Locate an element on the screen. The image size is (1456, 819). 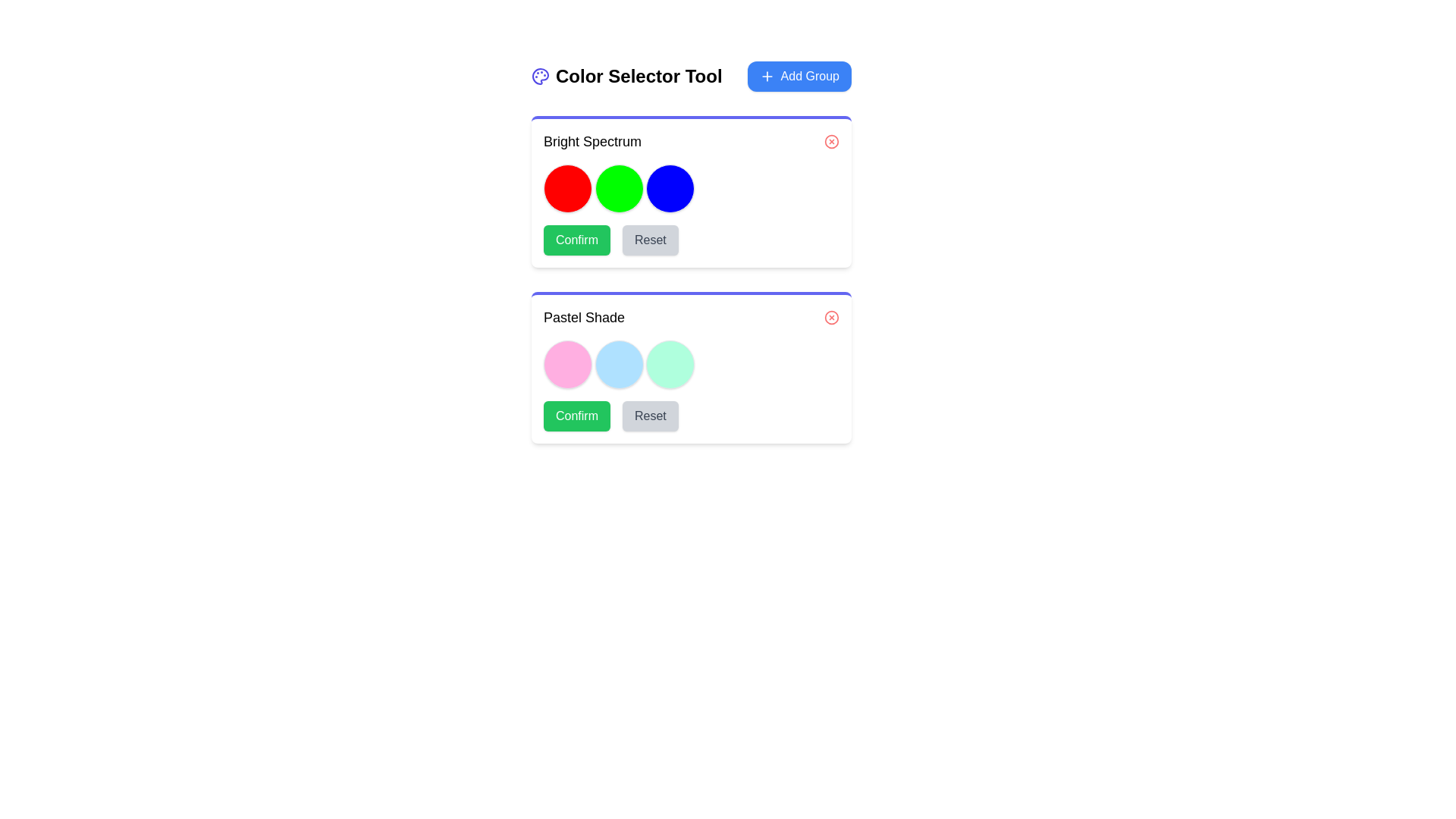
the second pastel blue color selector circle in the 'Pastel Shade' group is located at coordinates (619, 365).